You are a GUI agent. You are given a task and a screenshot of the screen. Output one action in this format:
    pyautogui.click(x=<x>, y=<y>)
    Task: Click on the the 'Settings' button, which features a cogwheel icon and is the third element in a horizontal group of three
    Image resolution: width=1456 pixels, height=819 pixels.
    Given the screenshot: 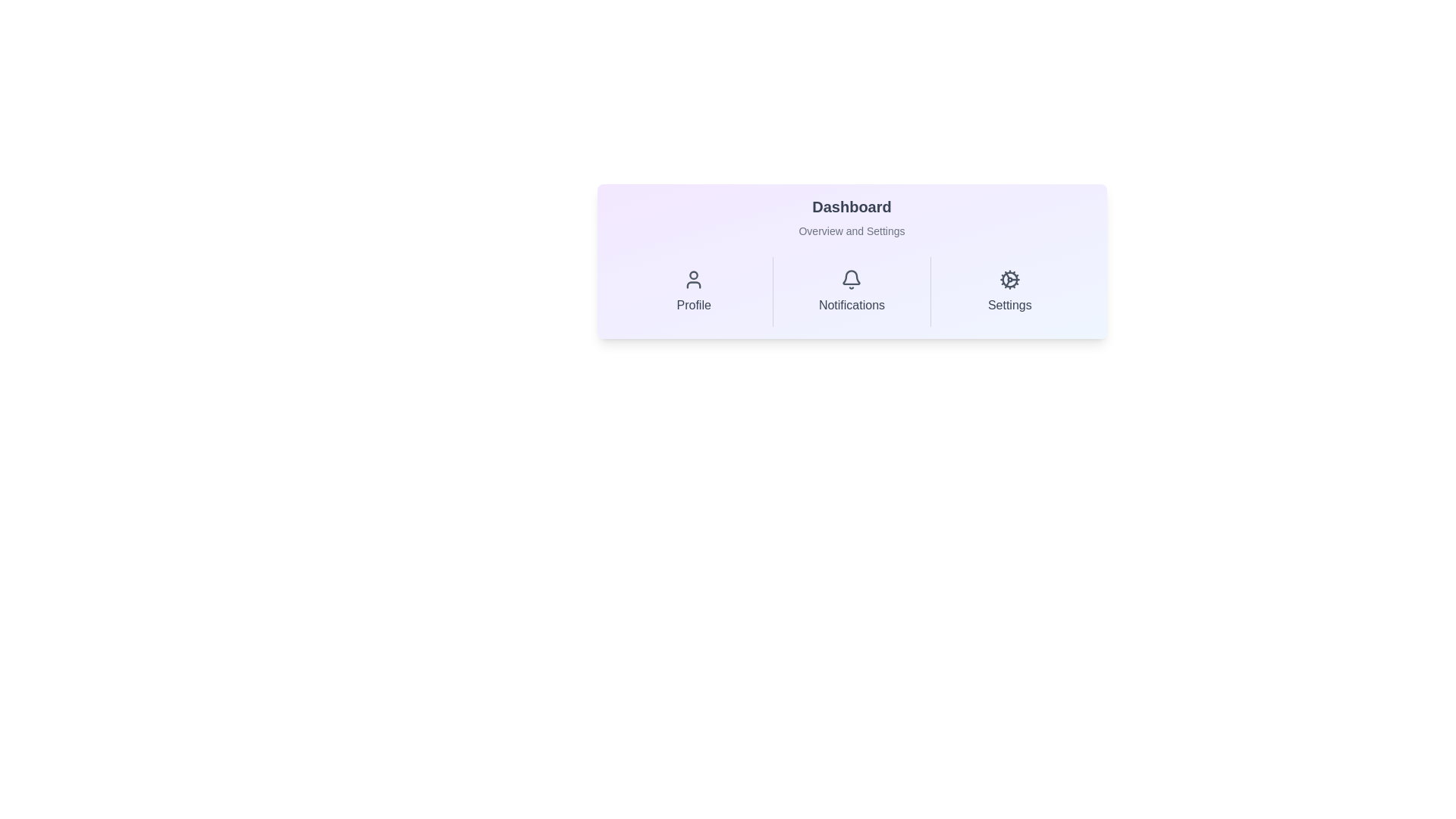 What is the action you would take?
    pyautogui.click(x=1009, y=292)
    